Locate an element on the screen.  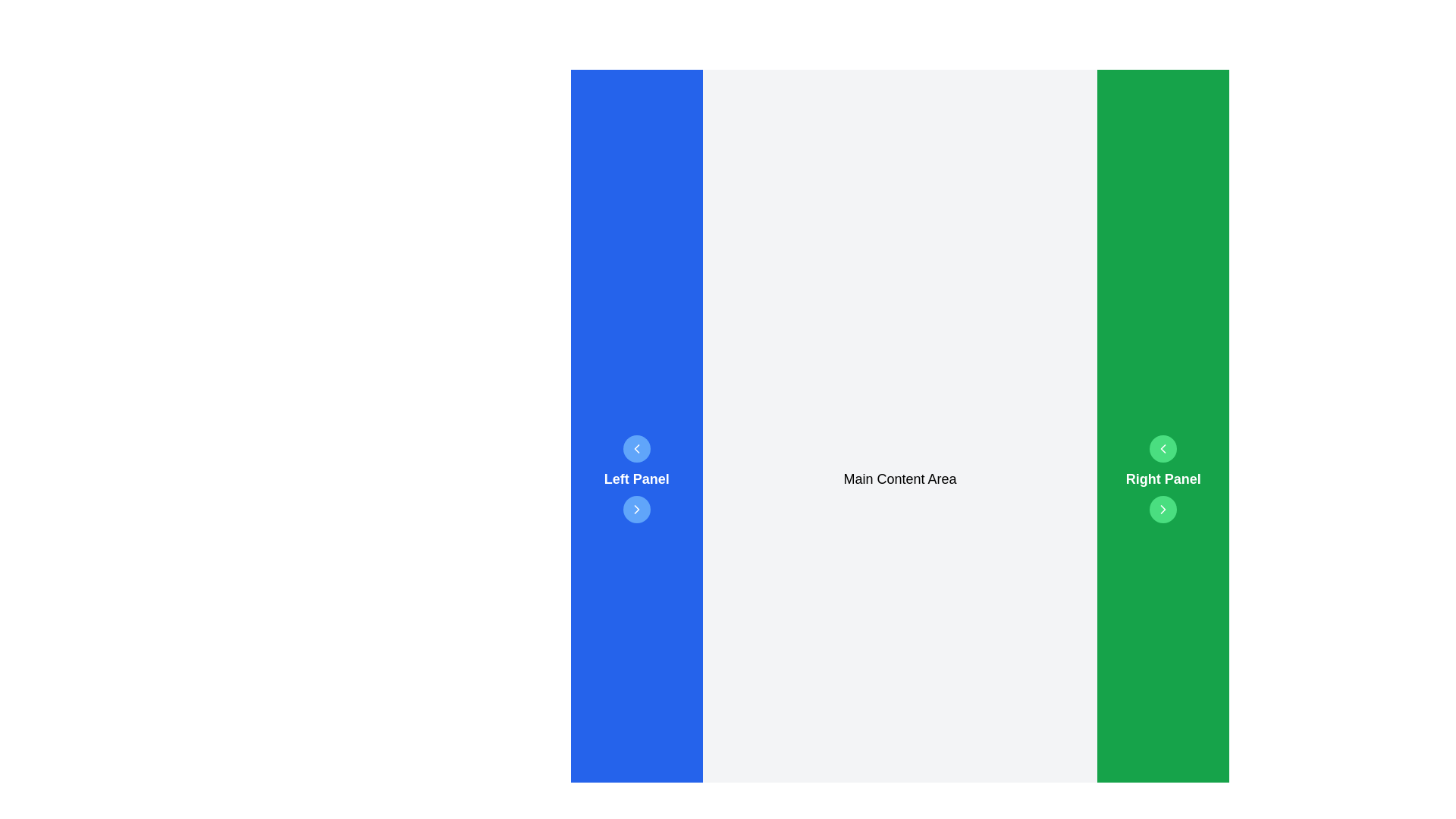
the right-facing chevron icon button displayed in white on a blue circular background for keyboard navigation is located at coordinates (636, 509).